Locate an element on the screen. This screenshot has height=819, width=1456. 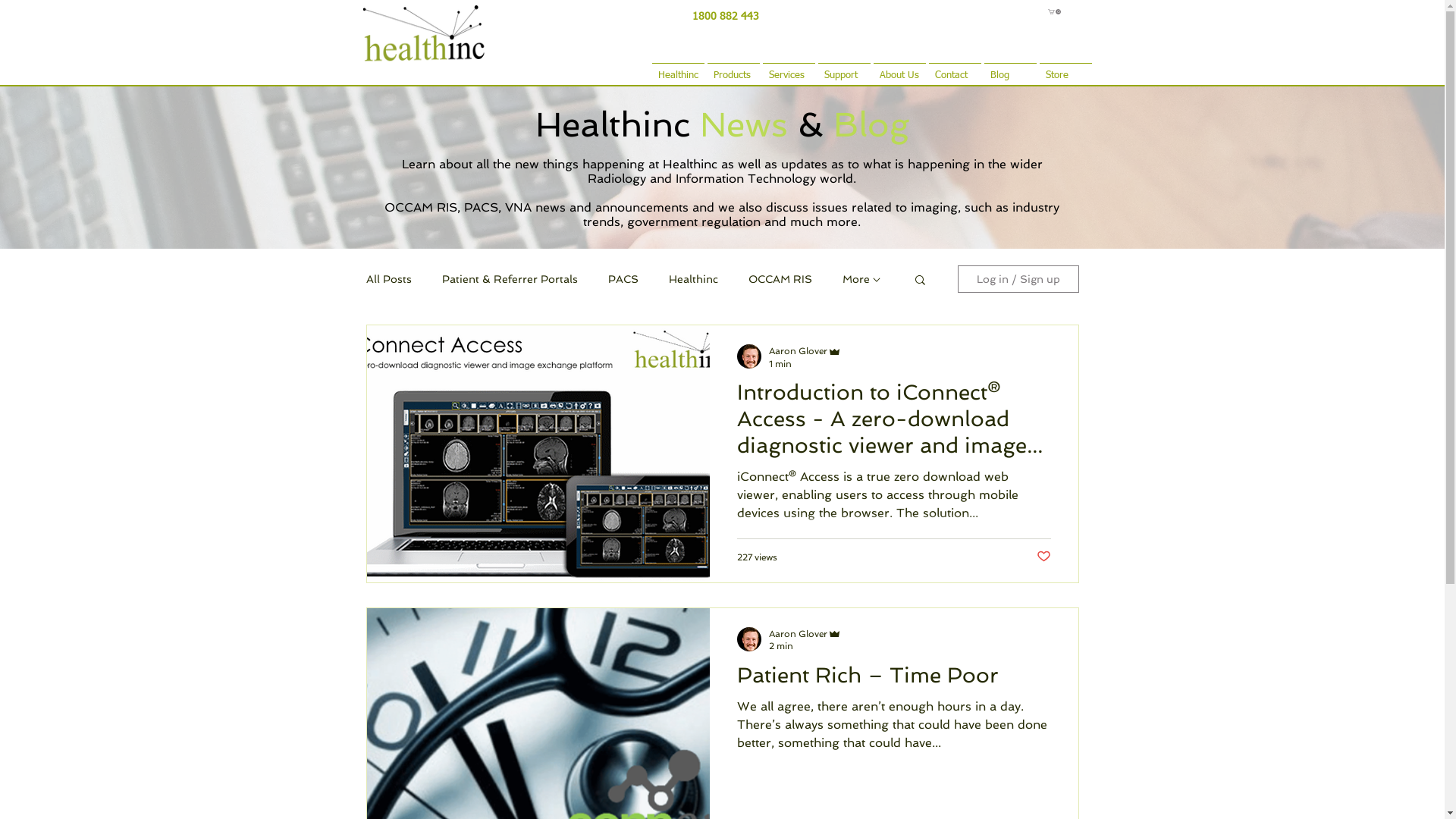
'Go to Healthinc Home Page' is located at coordinates (433, 32).